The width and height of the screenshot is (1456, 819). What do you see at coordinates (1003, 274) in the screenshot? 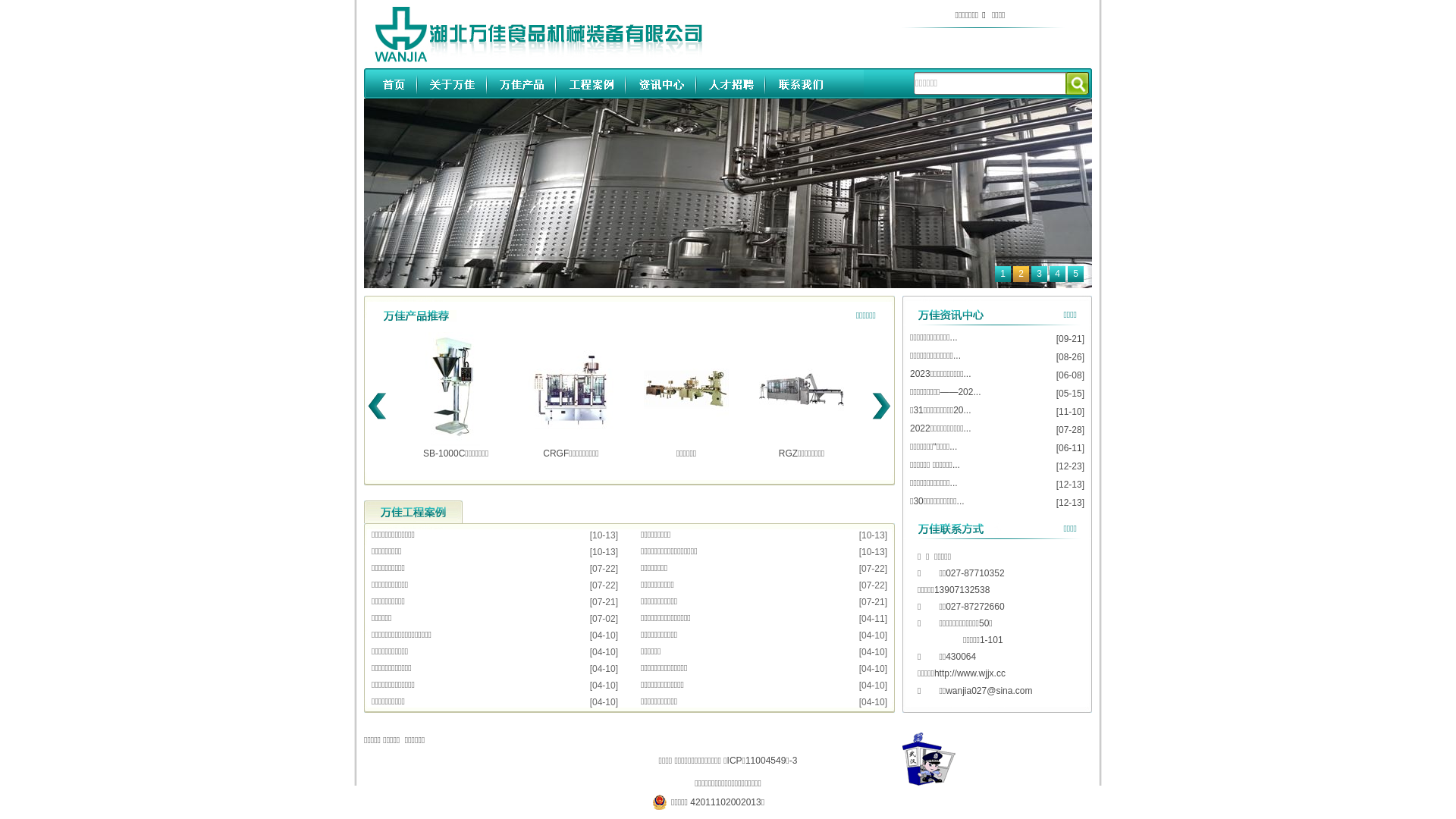
I see `'1'` at bounding box center [1003, 274].